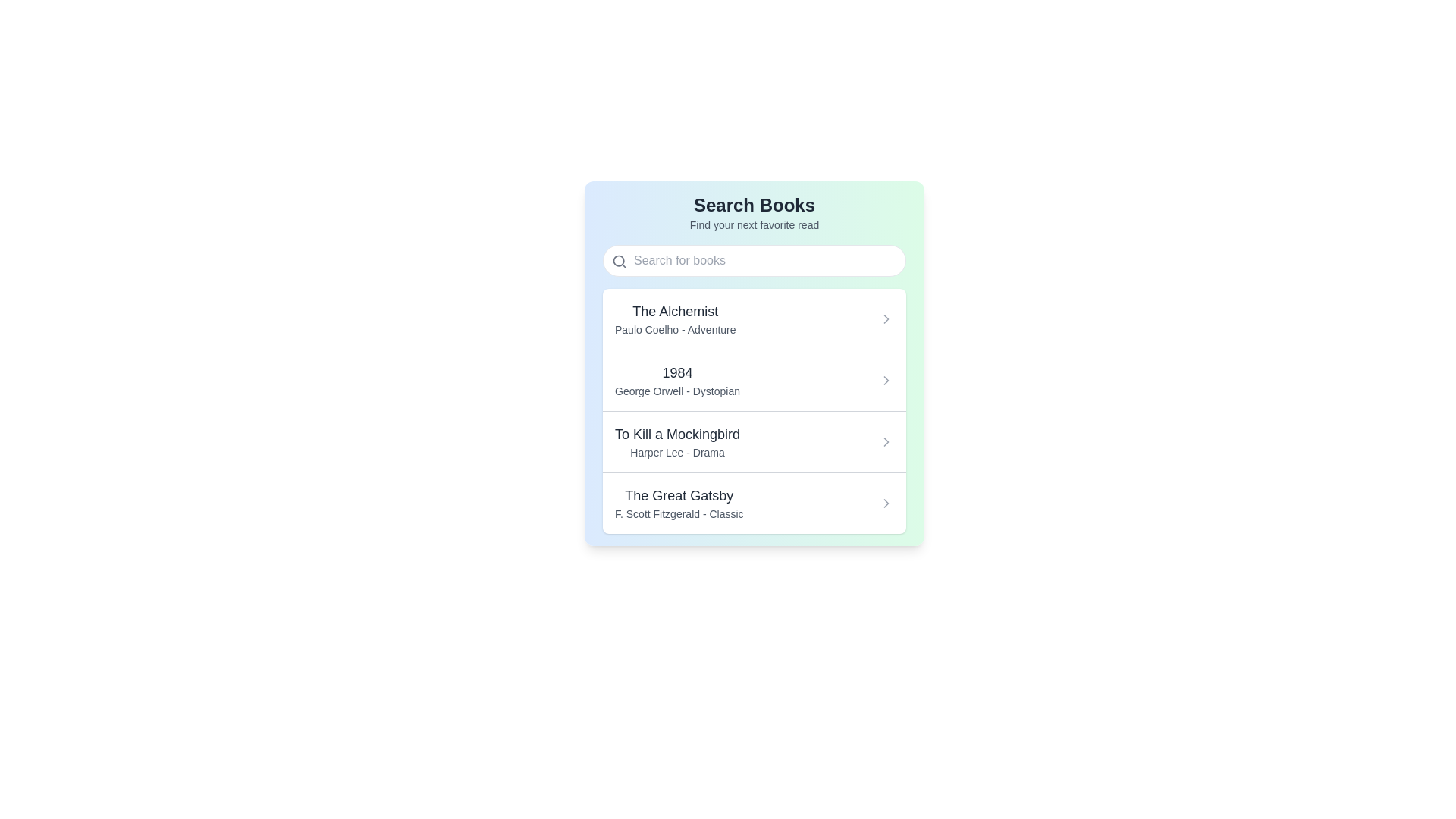  What do you see at coordinates (886, 379) in the screenshot?
I see `the chevron icon located at the far right of the '1984 George Orwell - Dystopian' list item` at bounding box center [886, 379].